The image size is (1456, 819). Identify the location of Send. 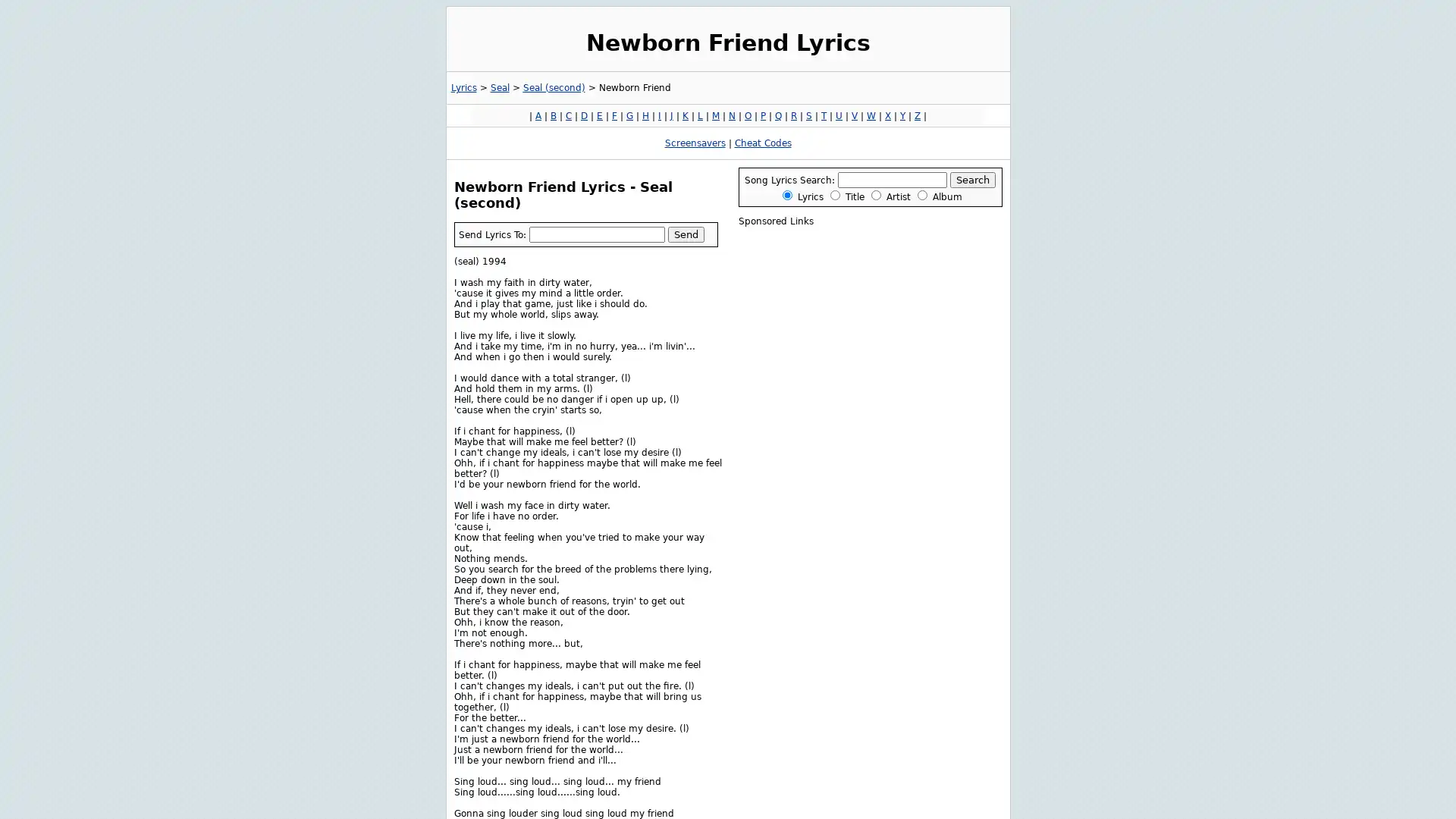
(684, 234).